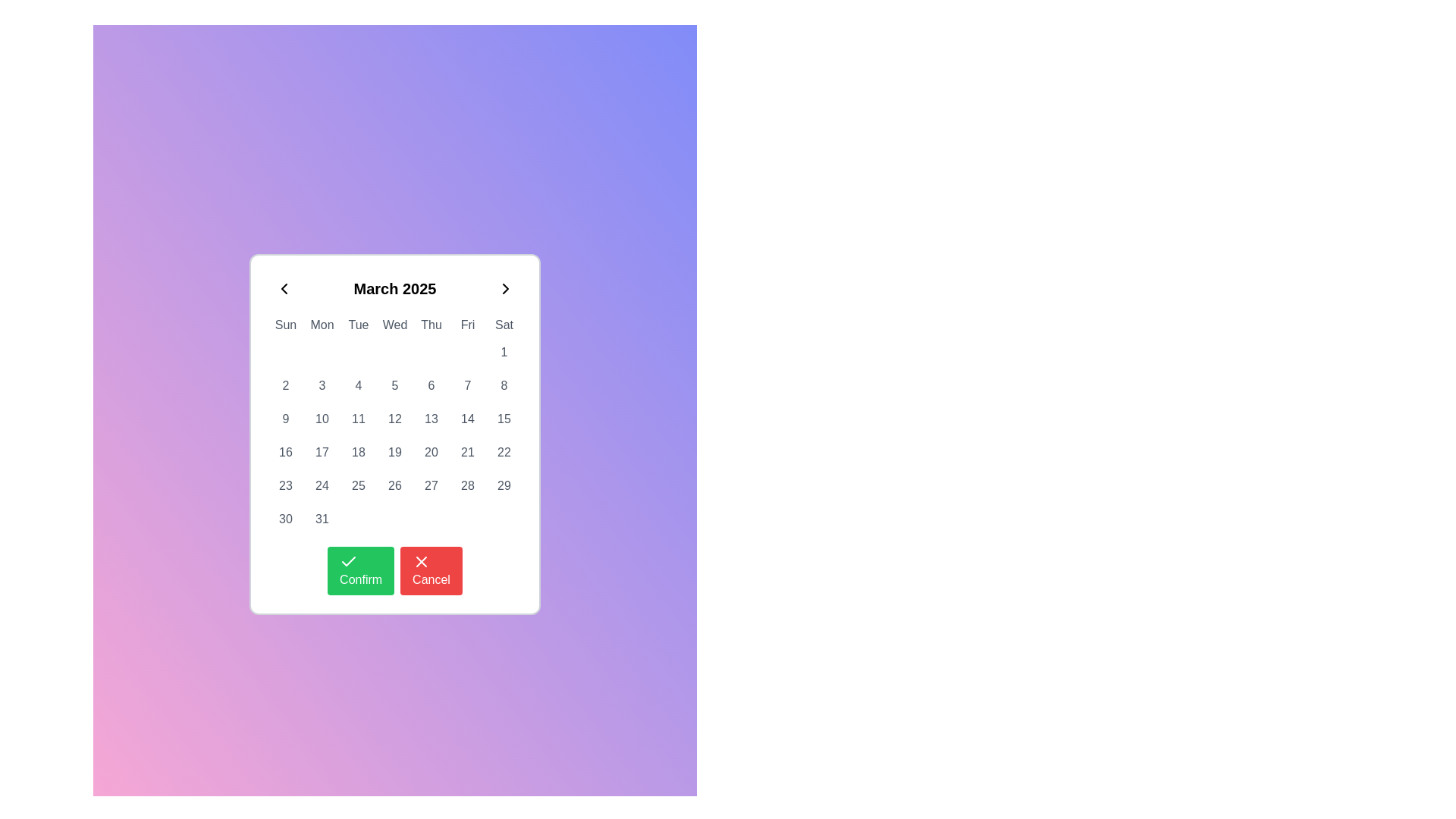  Describe the element at coordinates (286, 452) in the screenshot. I see `the selectable date button representing the 16th of March 2025 in the calendar interface` at that location.